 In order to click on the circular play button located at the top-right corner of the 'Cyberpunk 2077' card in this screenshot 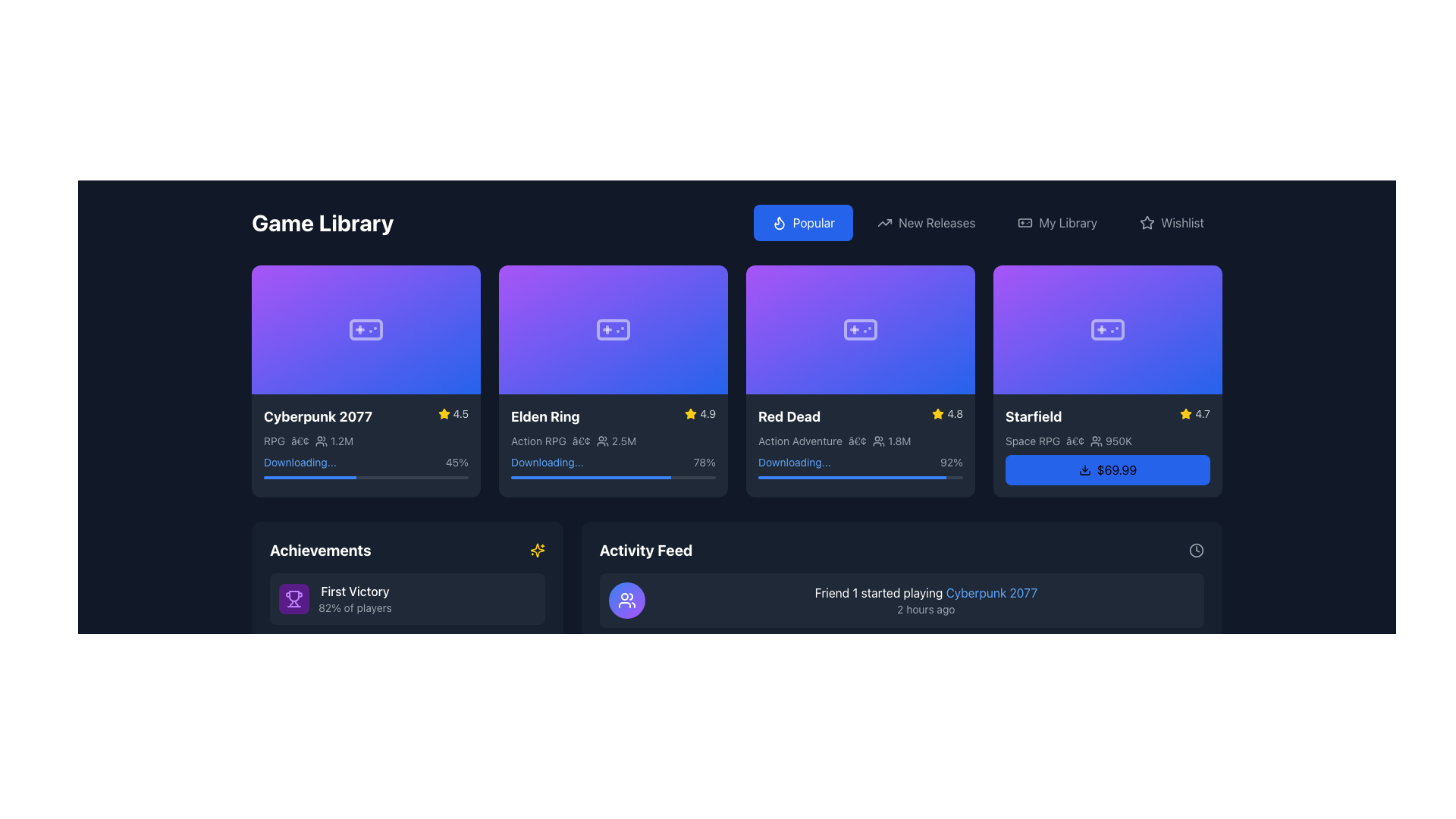, I will do `click(460, 284)`.